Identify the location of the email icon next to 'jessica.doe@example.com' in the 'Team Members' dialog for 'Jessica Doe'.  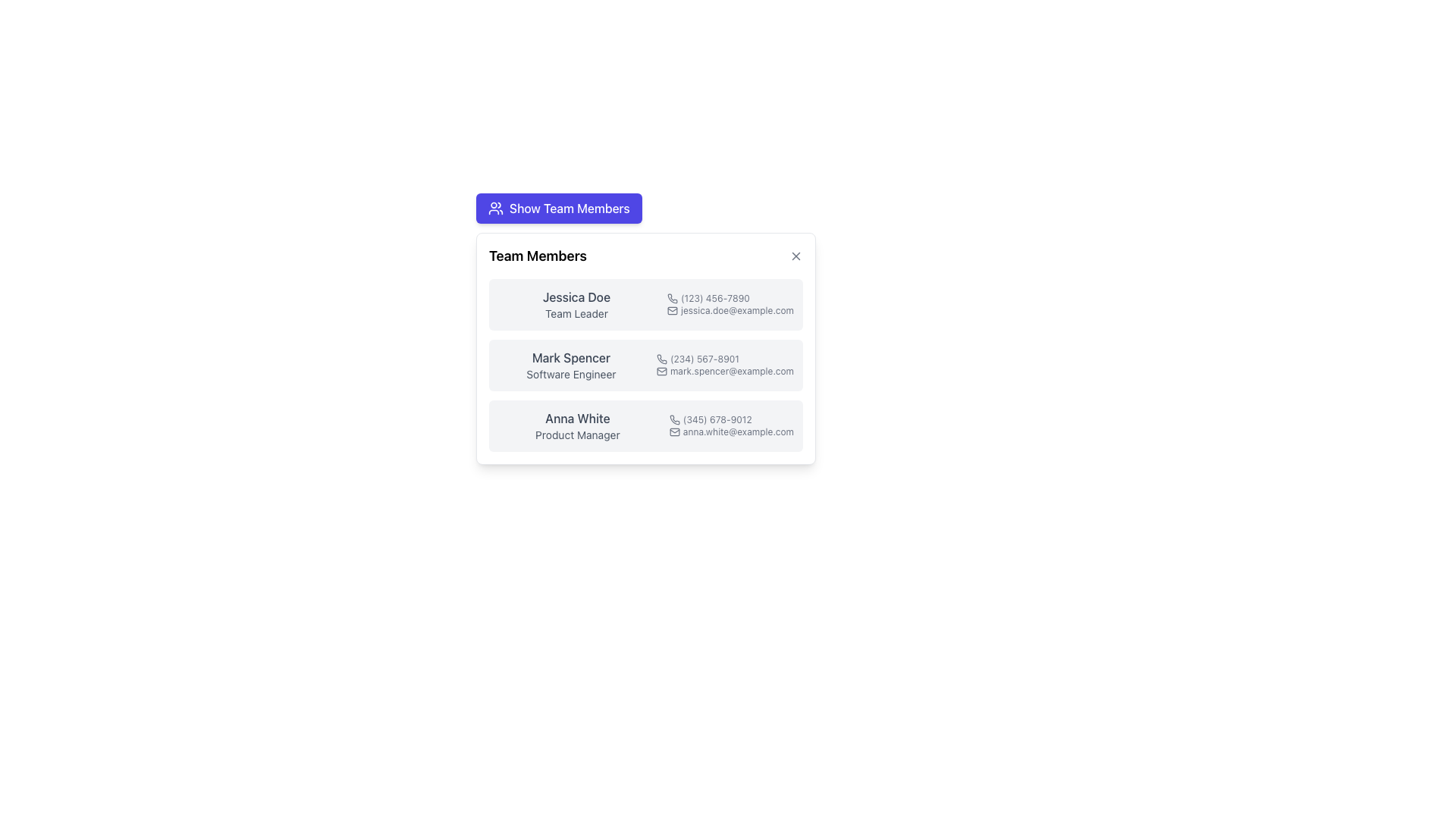
(672, 309).